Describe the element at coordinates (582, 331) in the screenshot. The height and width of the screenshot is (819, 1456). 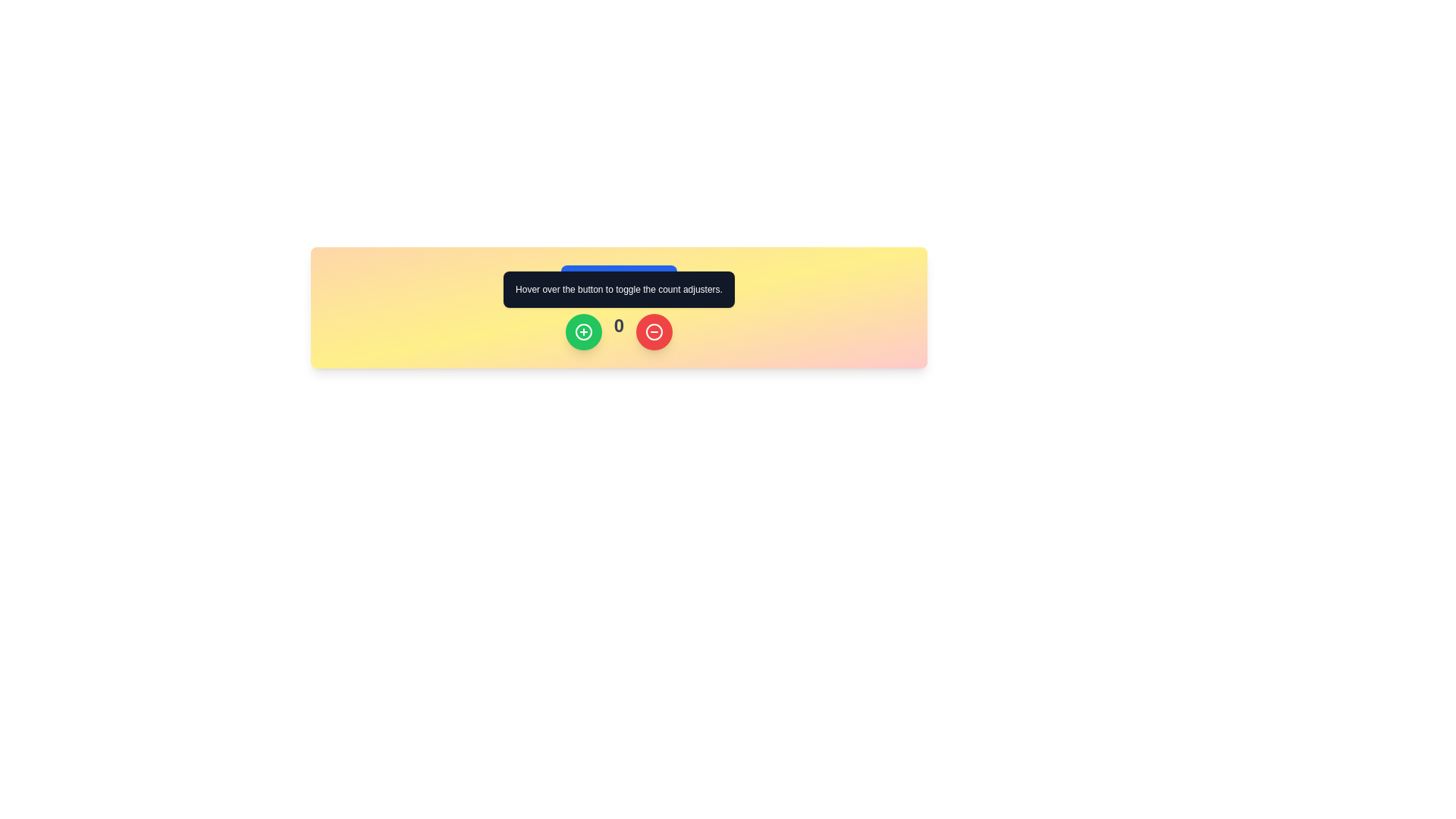
I see `the leftmost circular button with a green background and a white plus symbol inside` at that location.